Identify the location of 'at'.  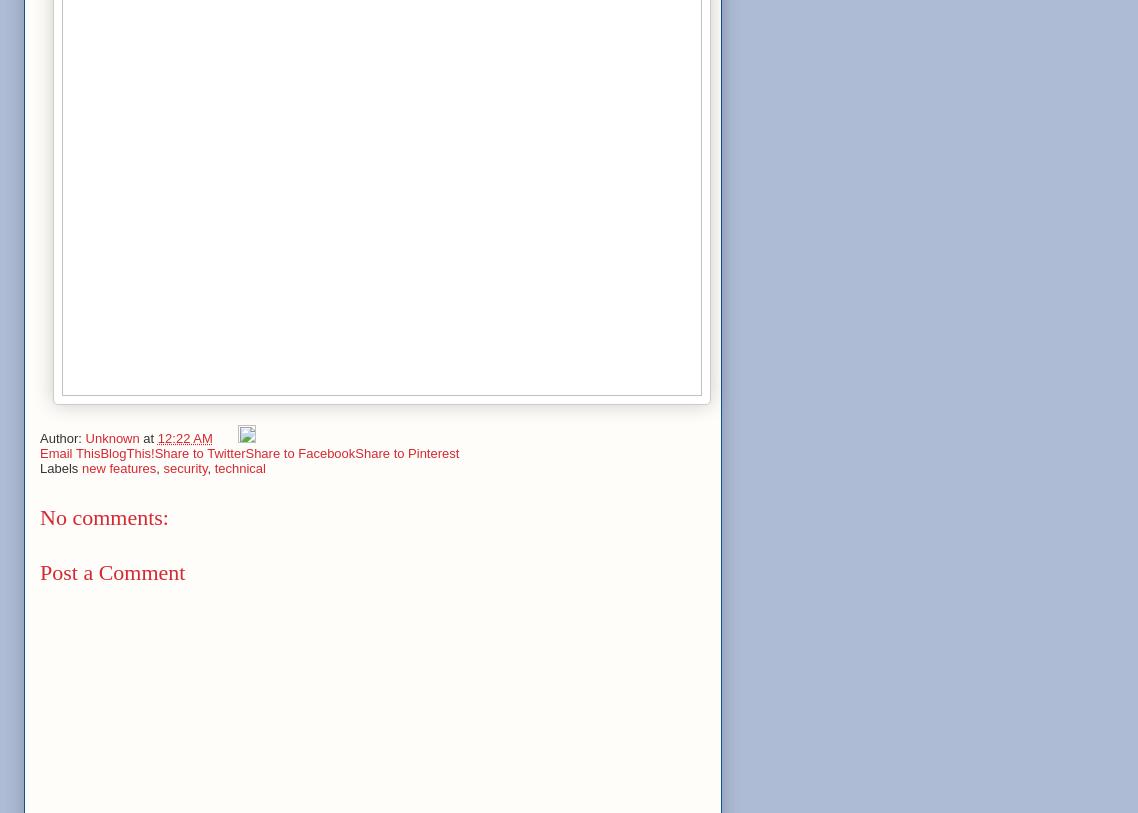
(149, 437).